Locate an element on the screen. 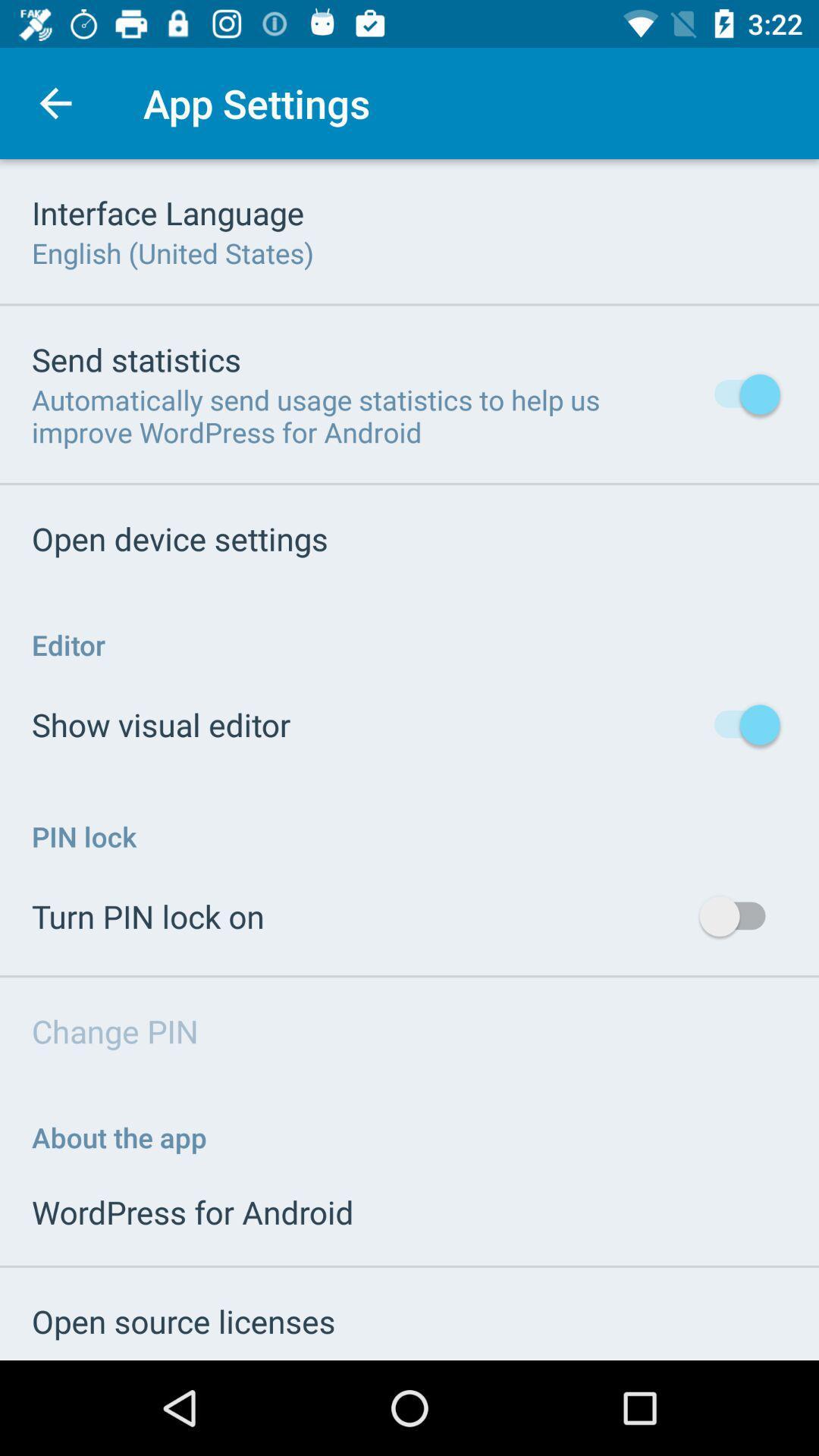 Image resolution: width=819 pixels, height=1456 pixels. change your app settings is located at coordinates (409, 760).